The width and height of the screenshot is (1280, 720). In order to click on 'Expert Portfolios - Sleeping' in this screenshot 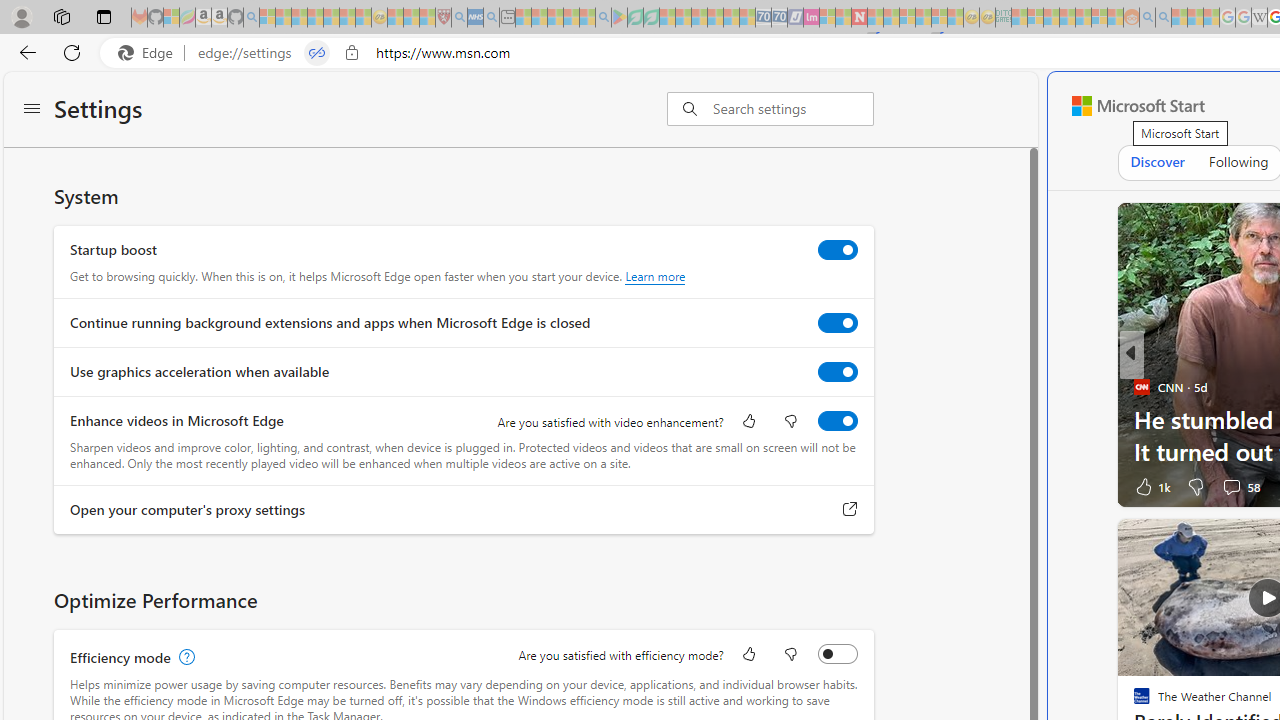, I will do `click(1066, 17)`.